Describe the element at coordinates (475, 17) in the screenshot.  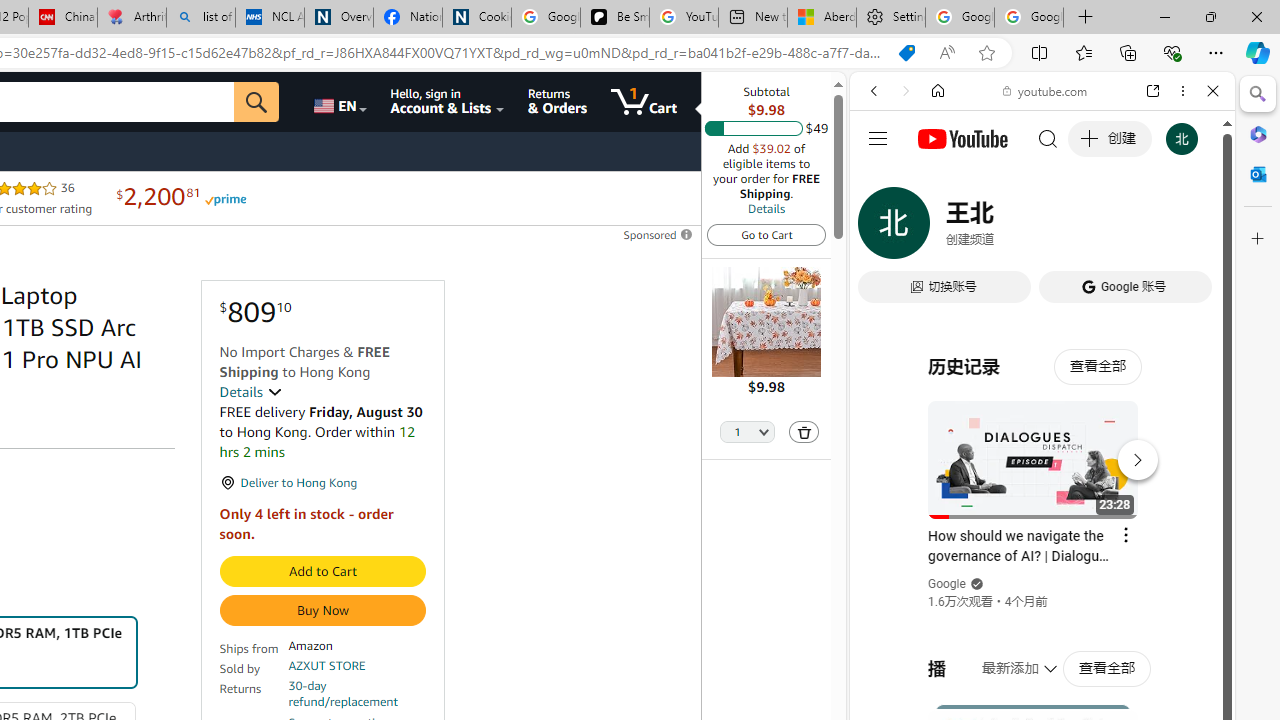
I see `'Cookies'` at that location.